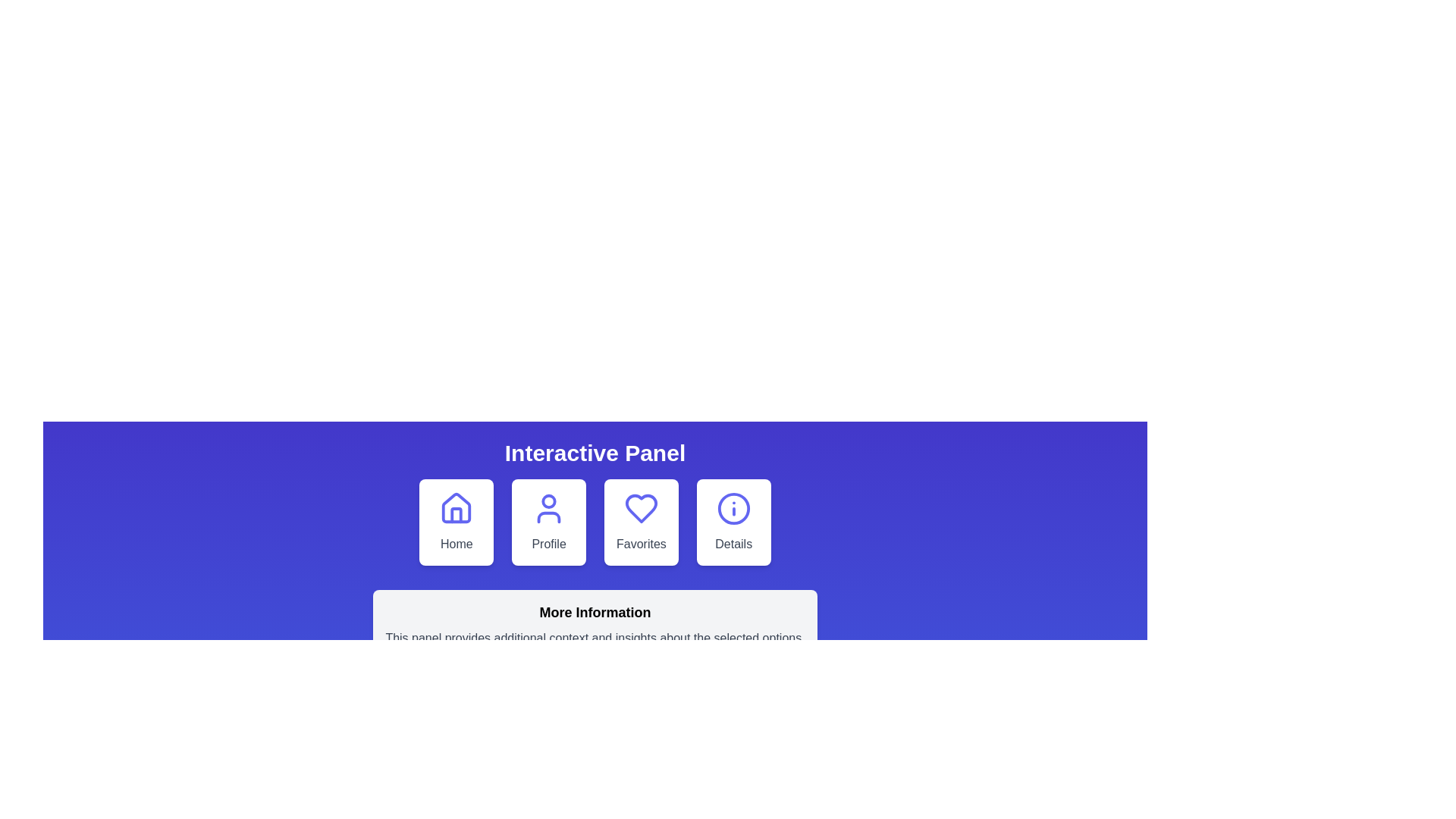 The width and height of the screenshot is (1456, 819). I want to click on text displayed in the 'Interactive Panel' component, which is bold and large, centrally positioned above the buttons, so click(594, 452).